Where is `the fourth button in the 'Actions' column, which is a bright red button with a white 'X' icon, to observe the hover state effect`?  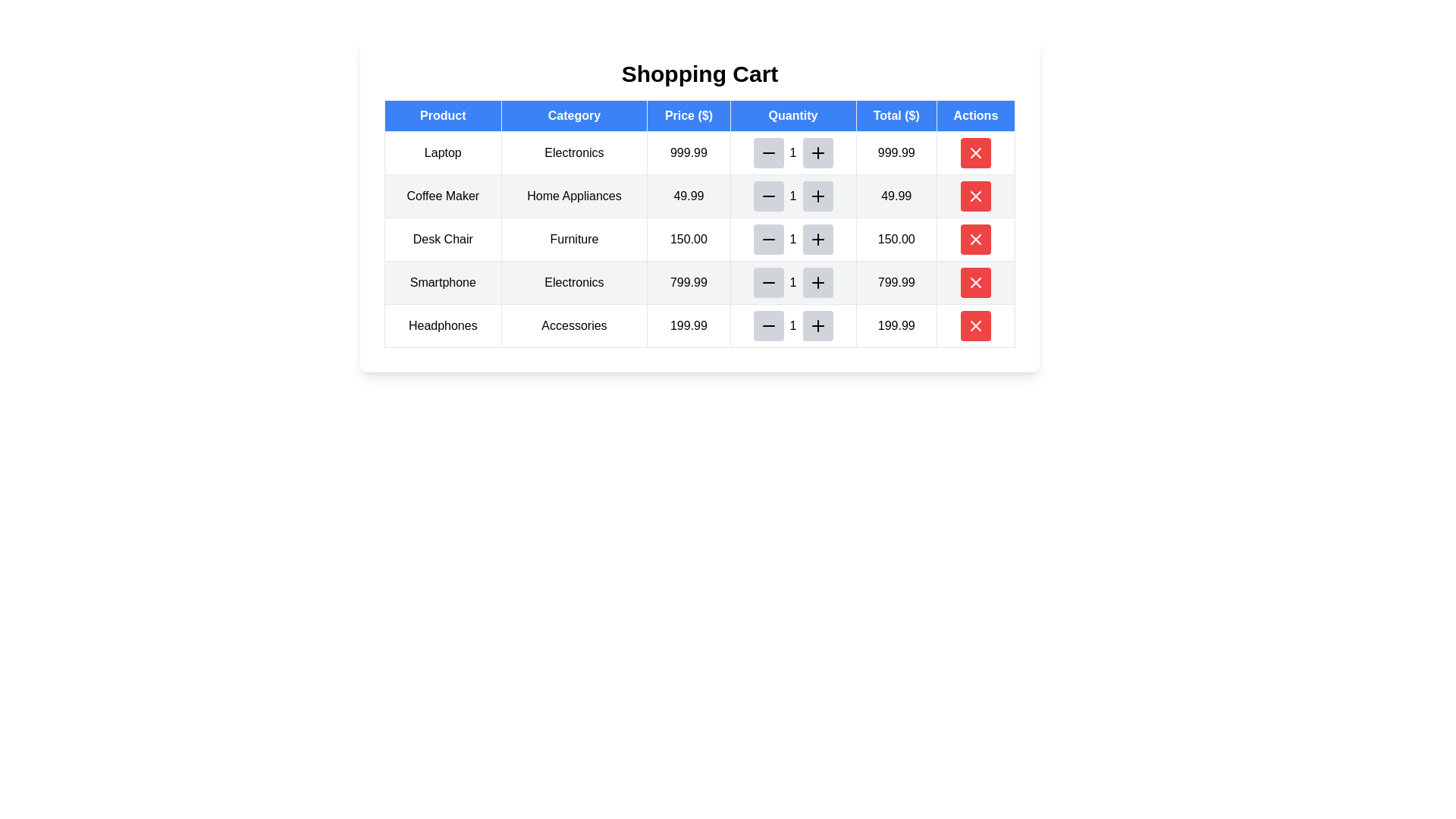
the fourth button in the 'Actions' column, which is a bright red button with a white 'X' icon, to observe the hover state effect is located at coordinates (975, 239).